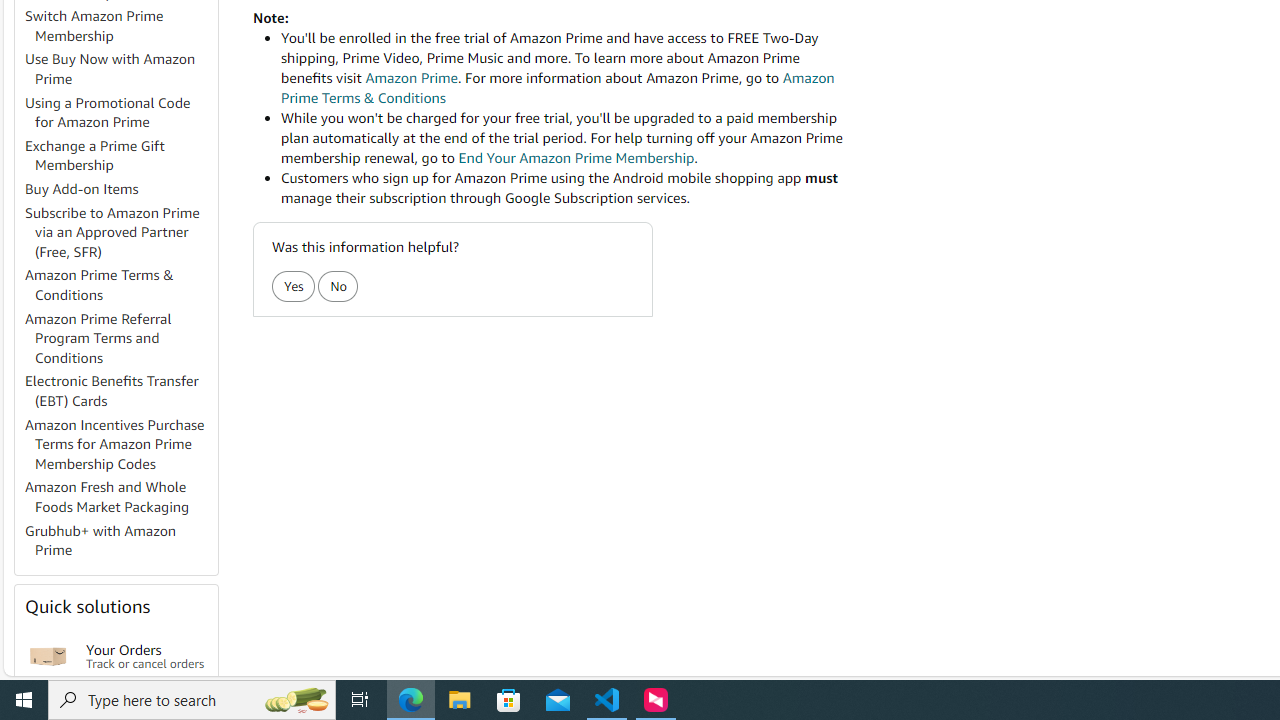  I want to click on 'Amazon Fresh and Whole Foods Market Packaging', so click(106, 496).